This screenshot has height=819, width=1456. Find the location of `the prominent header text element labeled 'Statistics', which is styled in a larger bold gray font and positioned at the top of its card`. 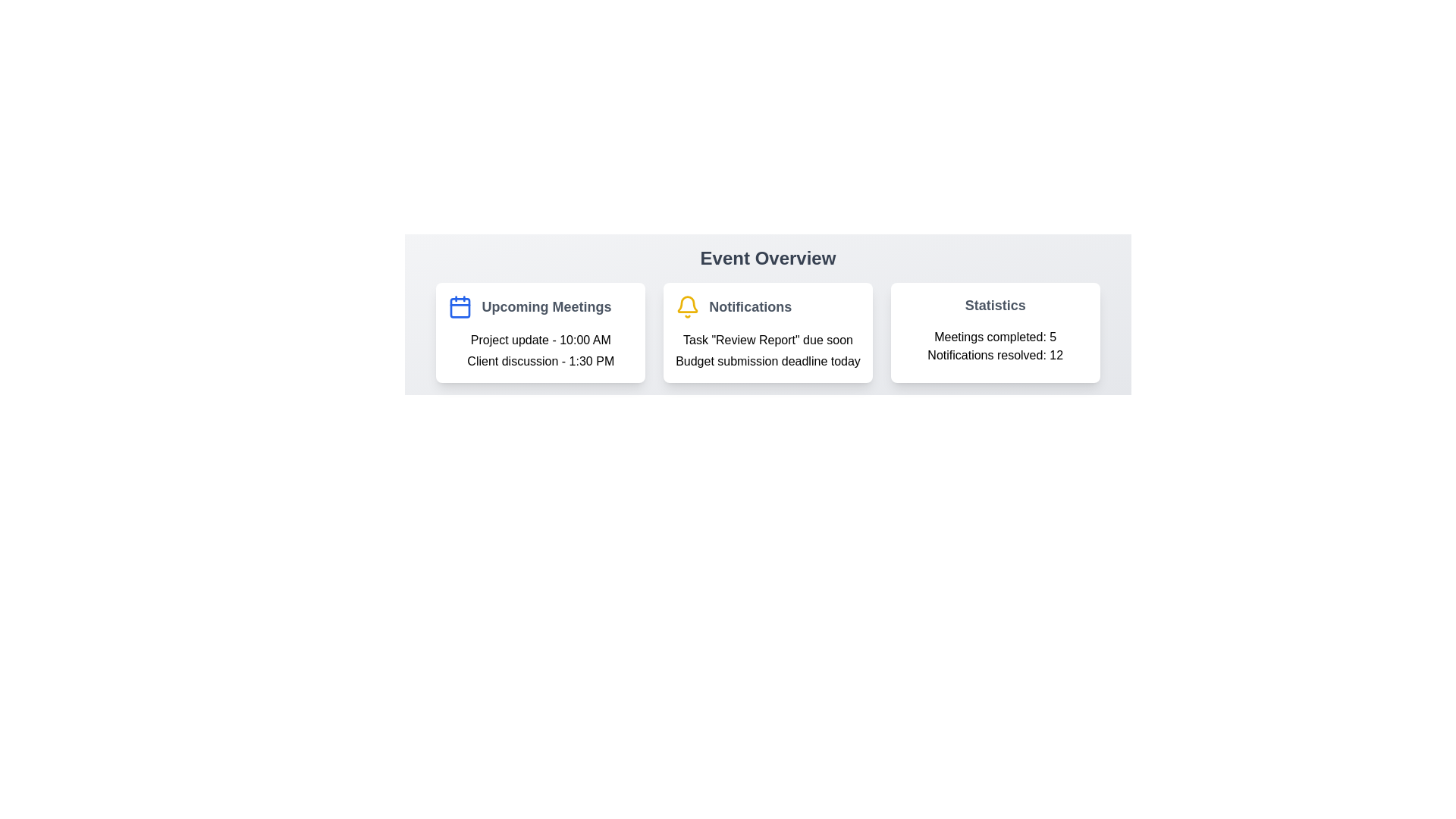

the prominent header text element labeled 'Statistics', which is styled in a larger bold gray font and positioned at the top of its card is located at coordinates (995, 305).